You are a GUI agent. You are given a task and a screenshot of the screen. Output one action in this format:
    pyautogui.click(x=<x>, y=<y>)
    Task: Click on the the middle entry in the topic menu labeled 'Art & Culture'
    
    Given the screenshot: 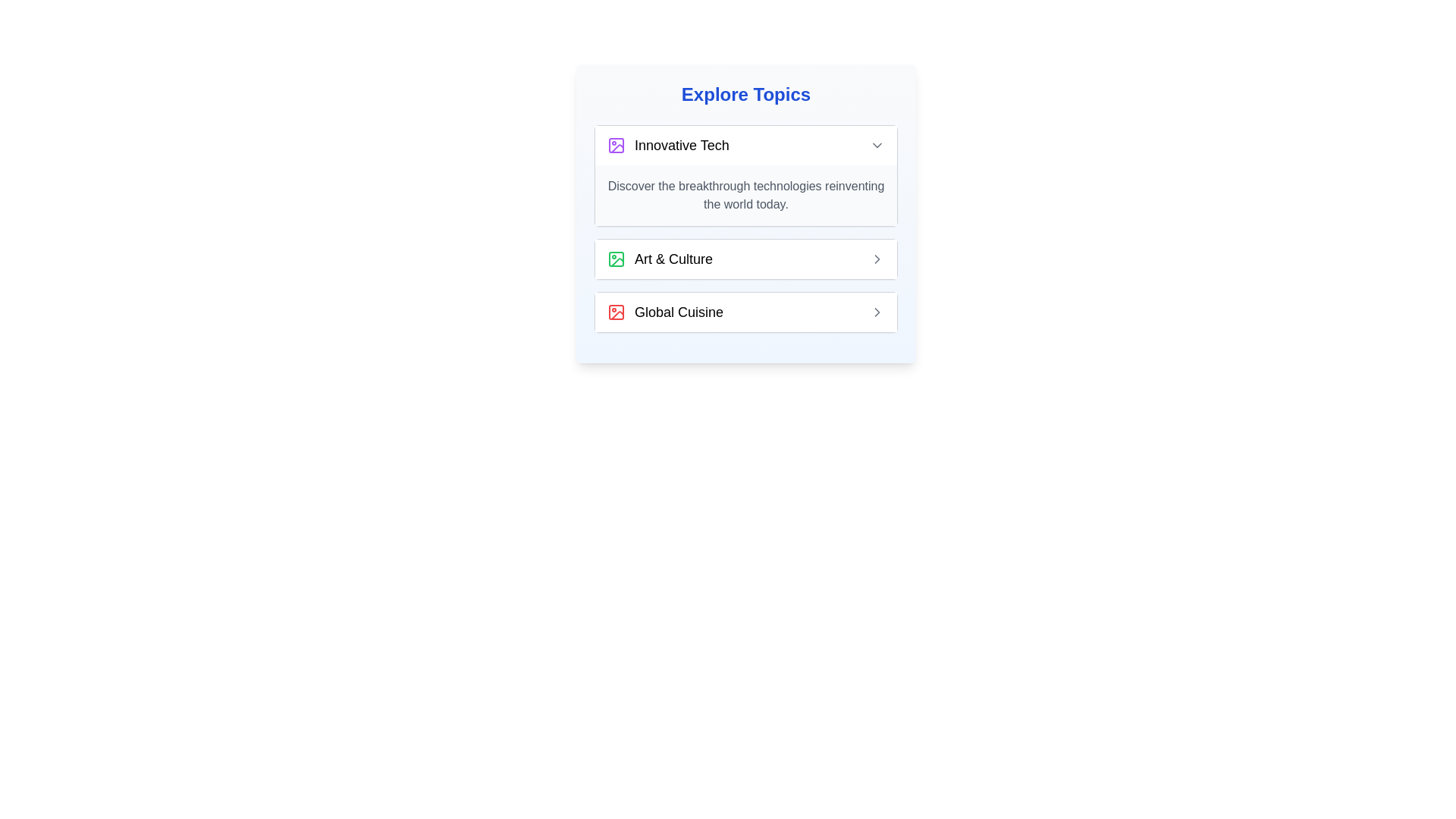 What is the action you would take?
    pyautogui.click(x=673, y=259)
    